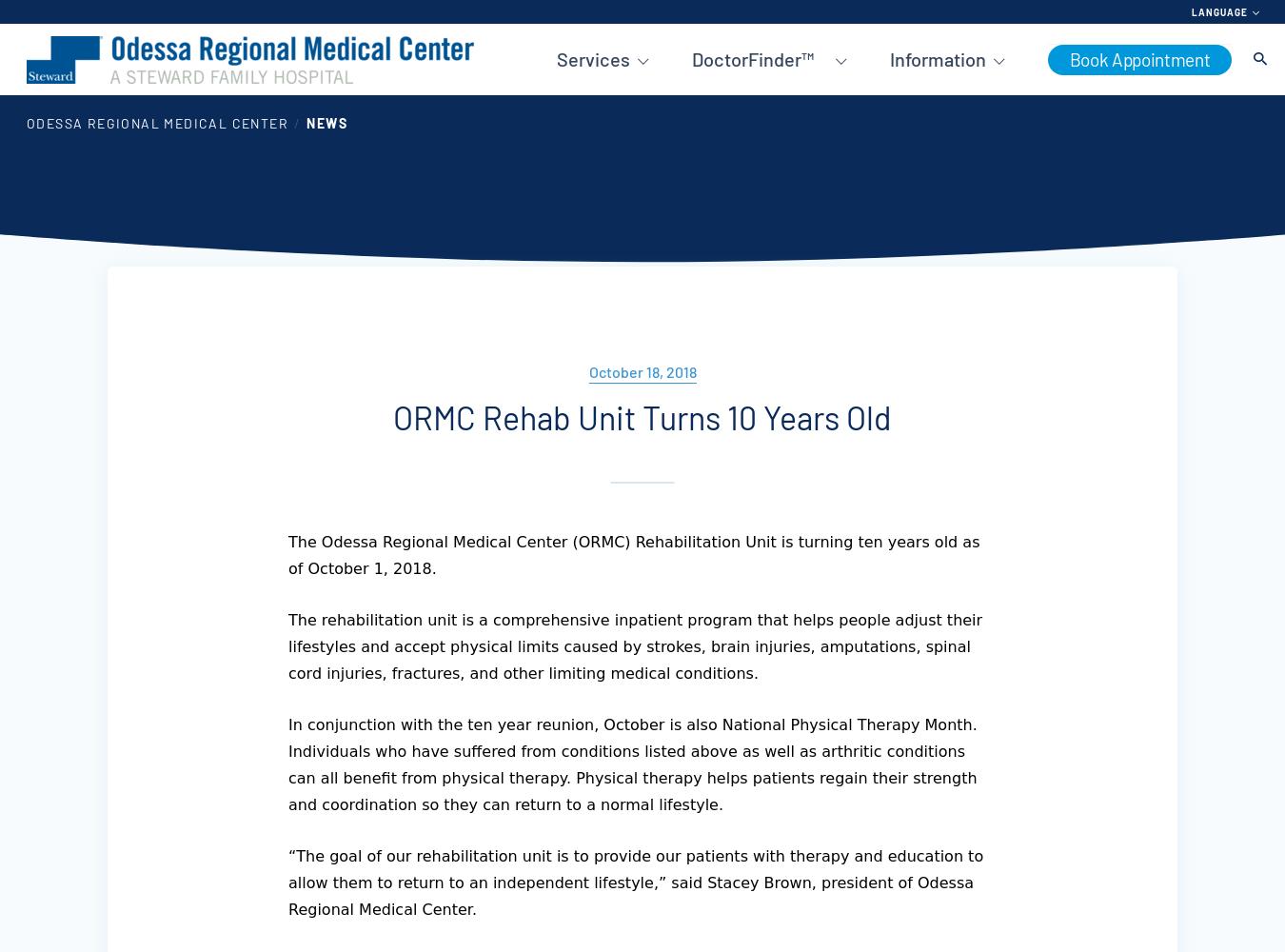  What do you see at coordinates (326, 123) in the screenshot?
I see `'News'` at bounding box center [326, 123].